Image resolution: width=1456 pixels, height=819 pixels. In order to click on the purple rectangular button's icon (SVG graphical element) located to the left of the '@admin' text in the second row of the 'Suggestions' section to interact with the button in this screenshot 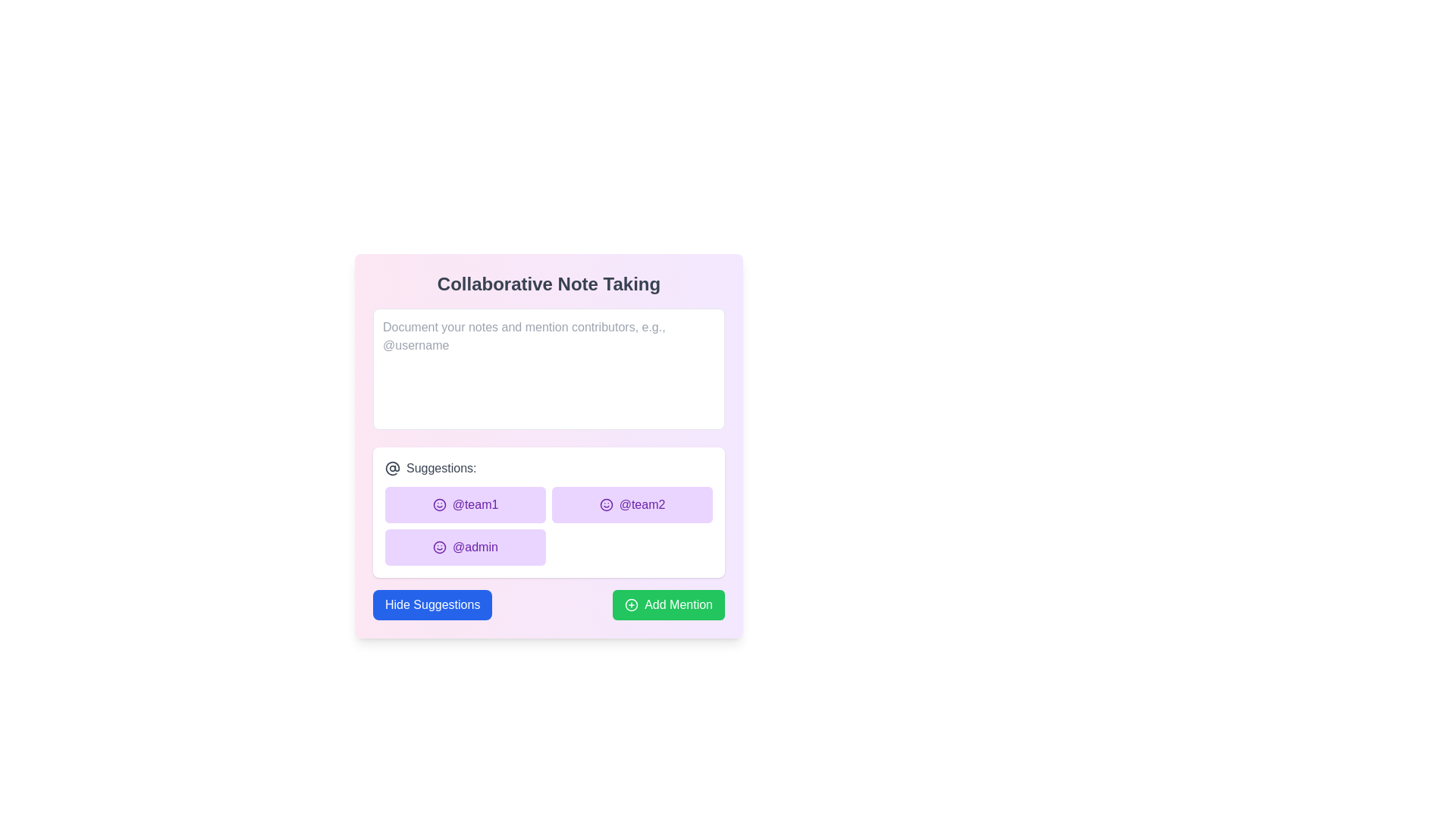, I will do `click(439, 547)`.